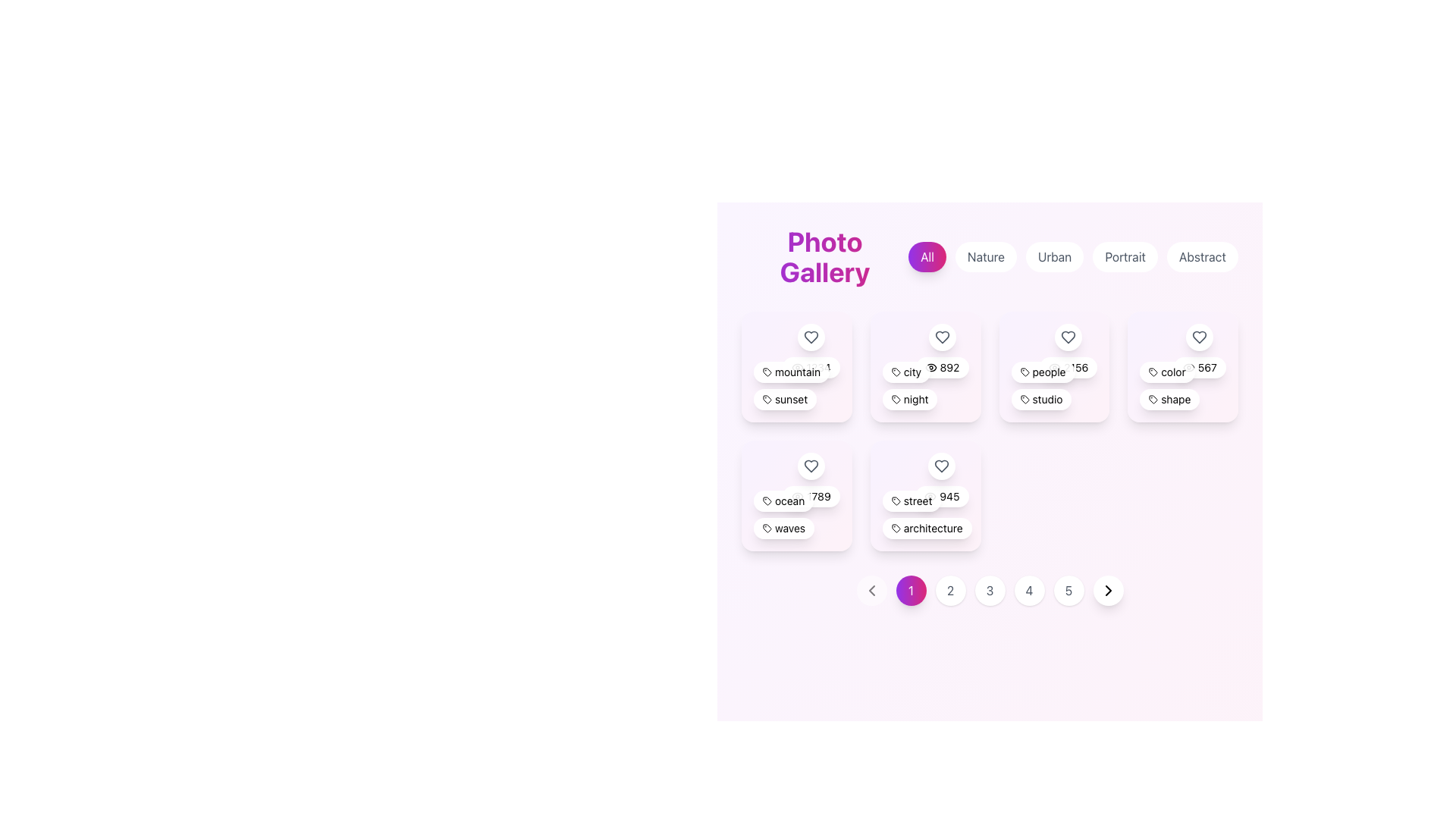 This screenshot has height=819, width=1456. I want to click on the small tag-shaped icon to the left of the text 'ocean' within the pill-shaped label in the second row, first column of the grid, so click(767, 500).